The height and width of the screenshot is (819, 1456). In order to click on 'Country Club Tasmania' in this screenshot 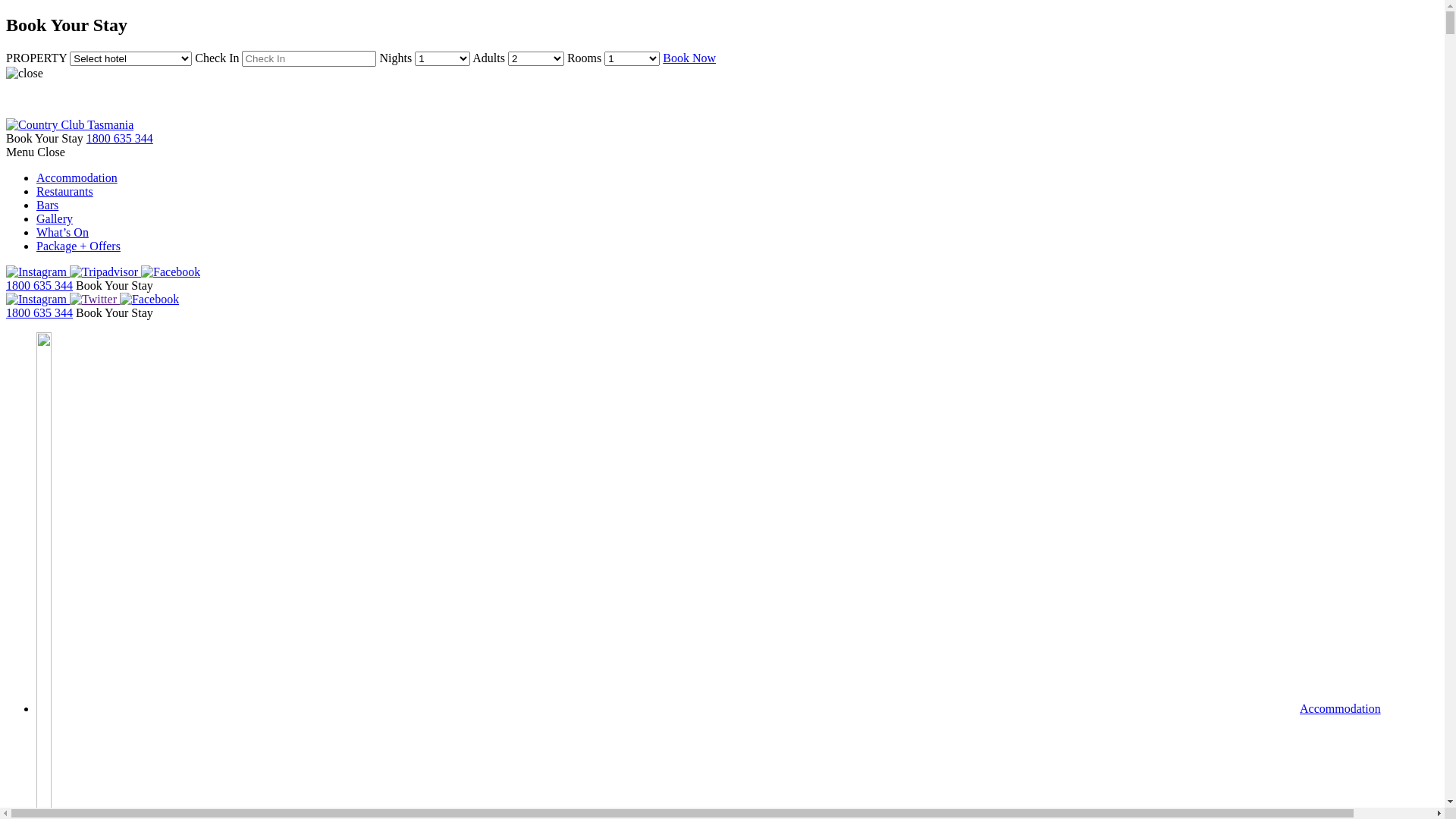, I will do `click(6, 124)`.